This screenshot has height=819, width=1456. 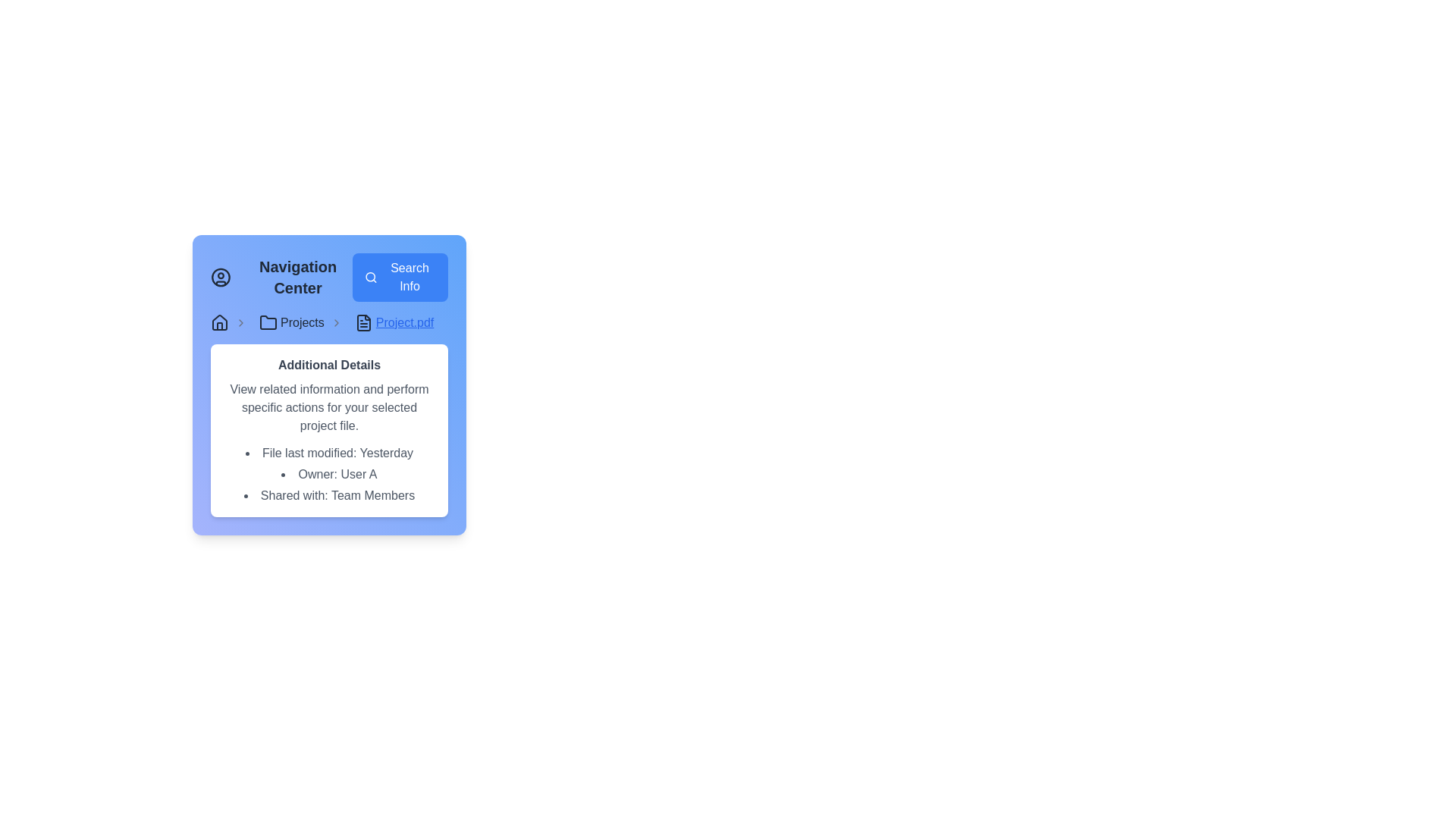 I want to click on the text-based hyperlink labeled 'Project.pdf', so click(x=404, y=322).